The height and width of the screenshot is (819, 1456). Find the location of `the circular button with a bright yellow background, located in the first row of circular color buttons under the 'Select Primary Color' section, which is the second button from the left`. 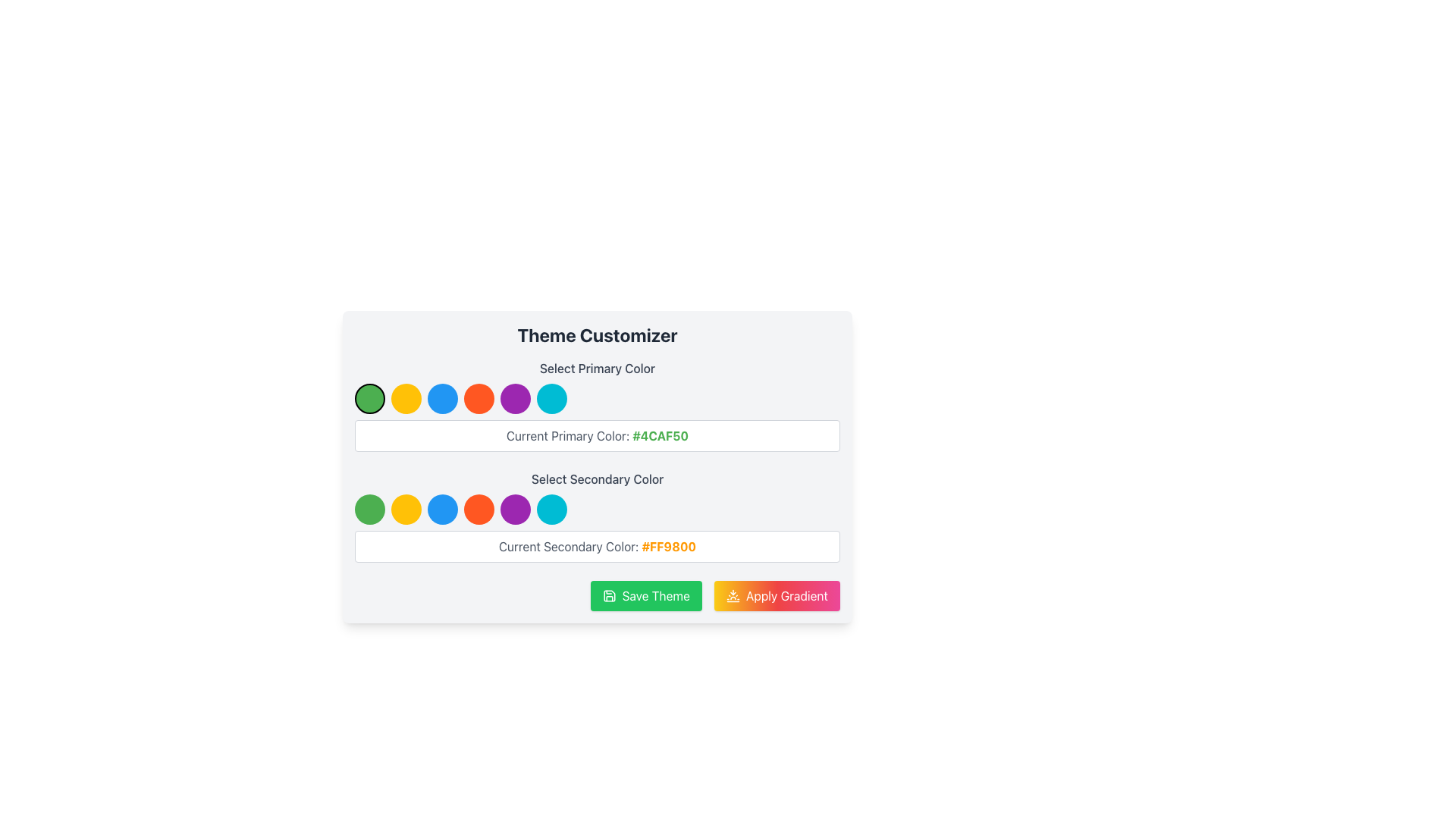

the circular button with a bright yellow background, located in the first row of circular color buttons under the 'Select Primary Color' section, which is the second button from the left is located at coordinates (406, 397).